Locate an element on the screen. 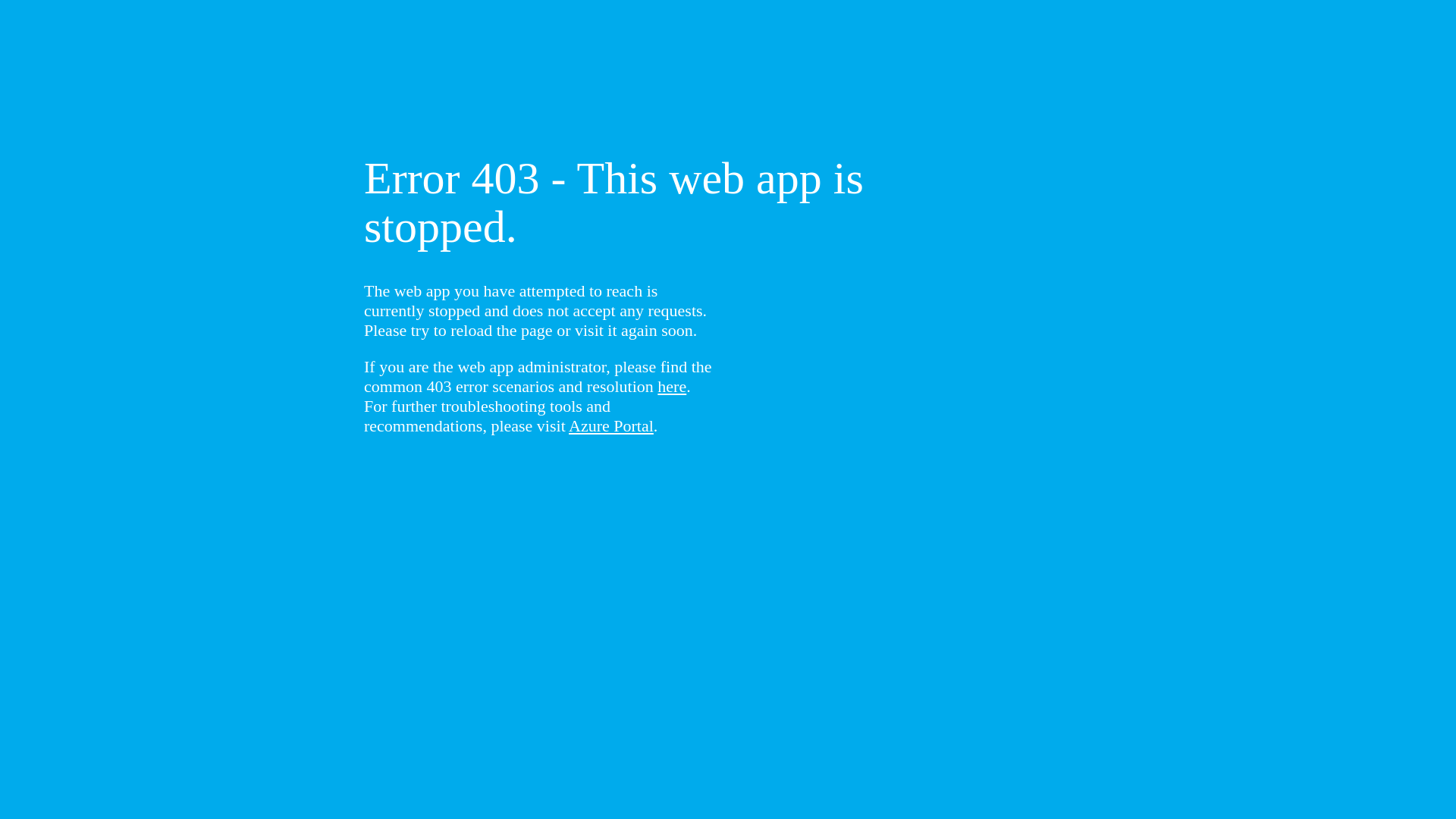  'Azure Portal' is located at coordinates (611, 425).